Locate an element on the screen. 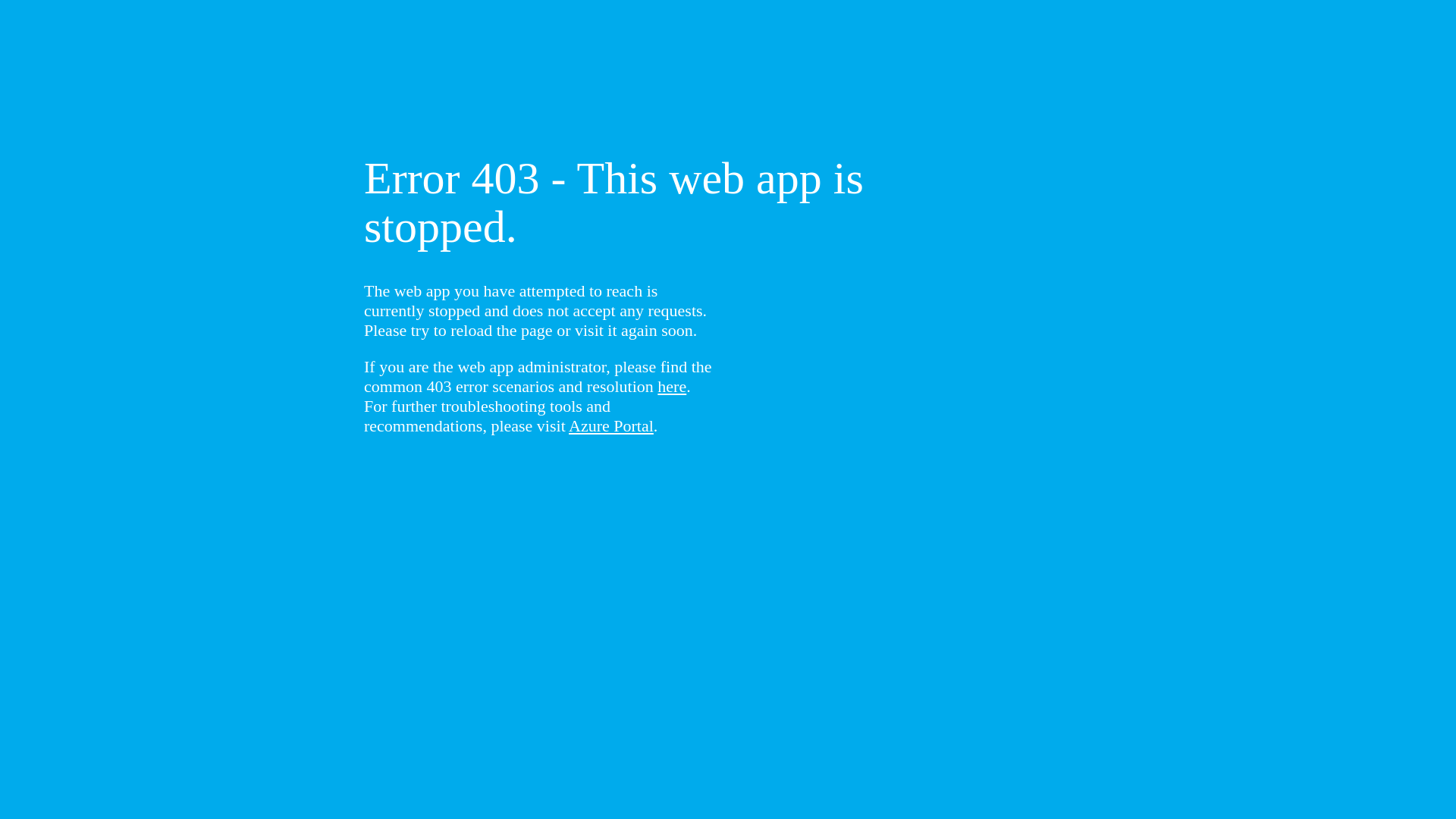  'Azure Portal' is located at coordinates (611, 425).